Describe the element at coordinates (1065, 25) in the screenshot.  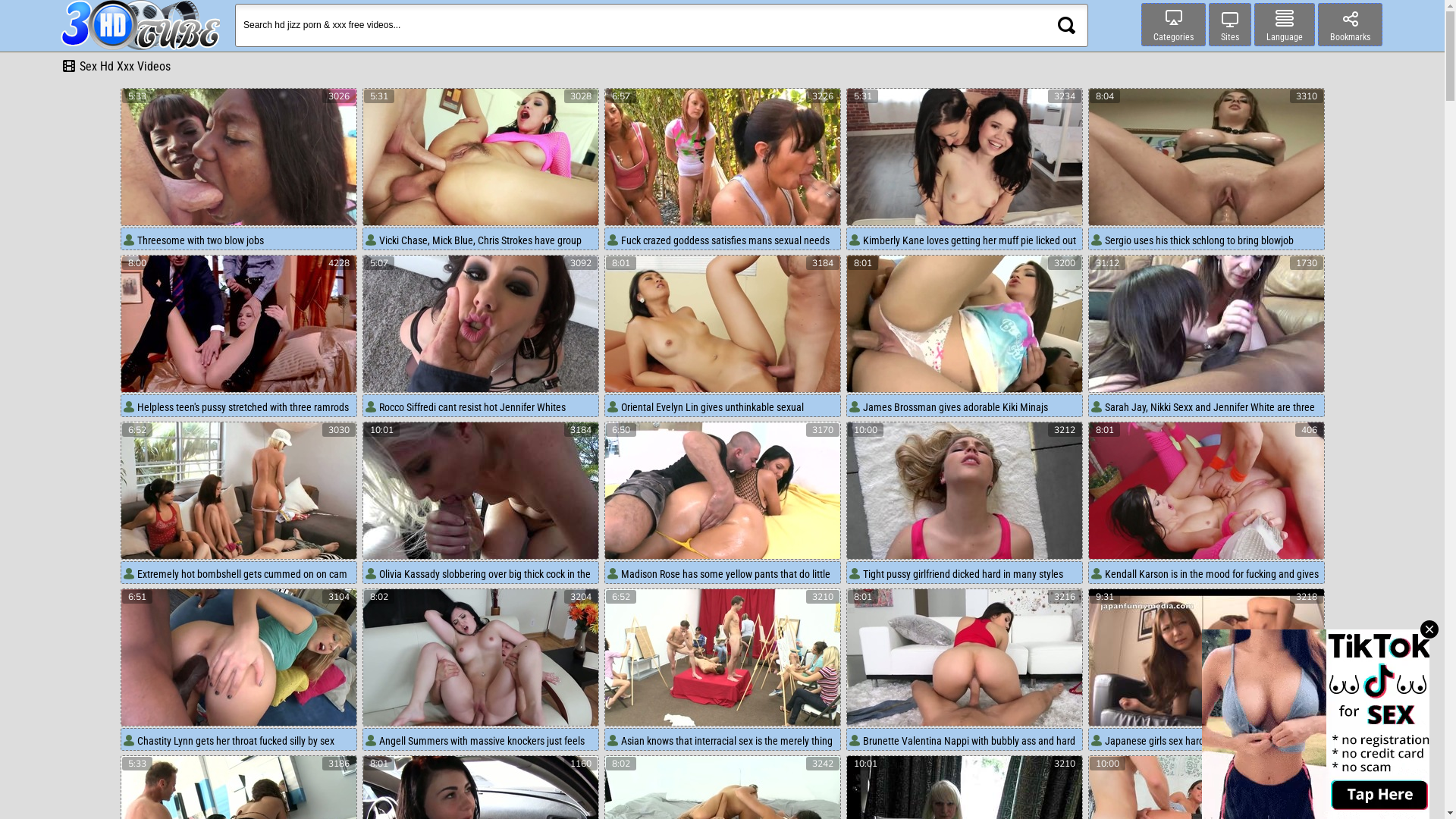
I see `'Search'` at that location.